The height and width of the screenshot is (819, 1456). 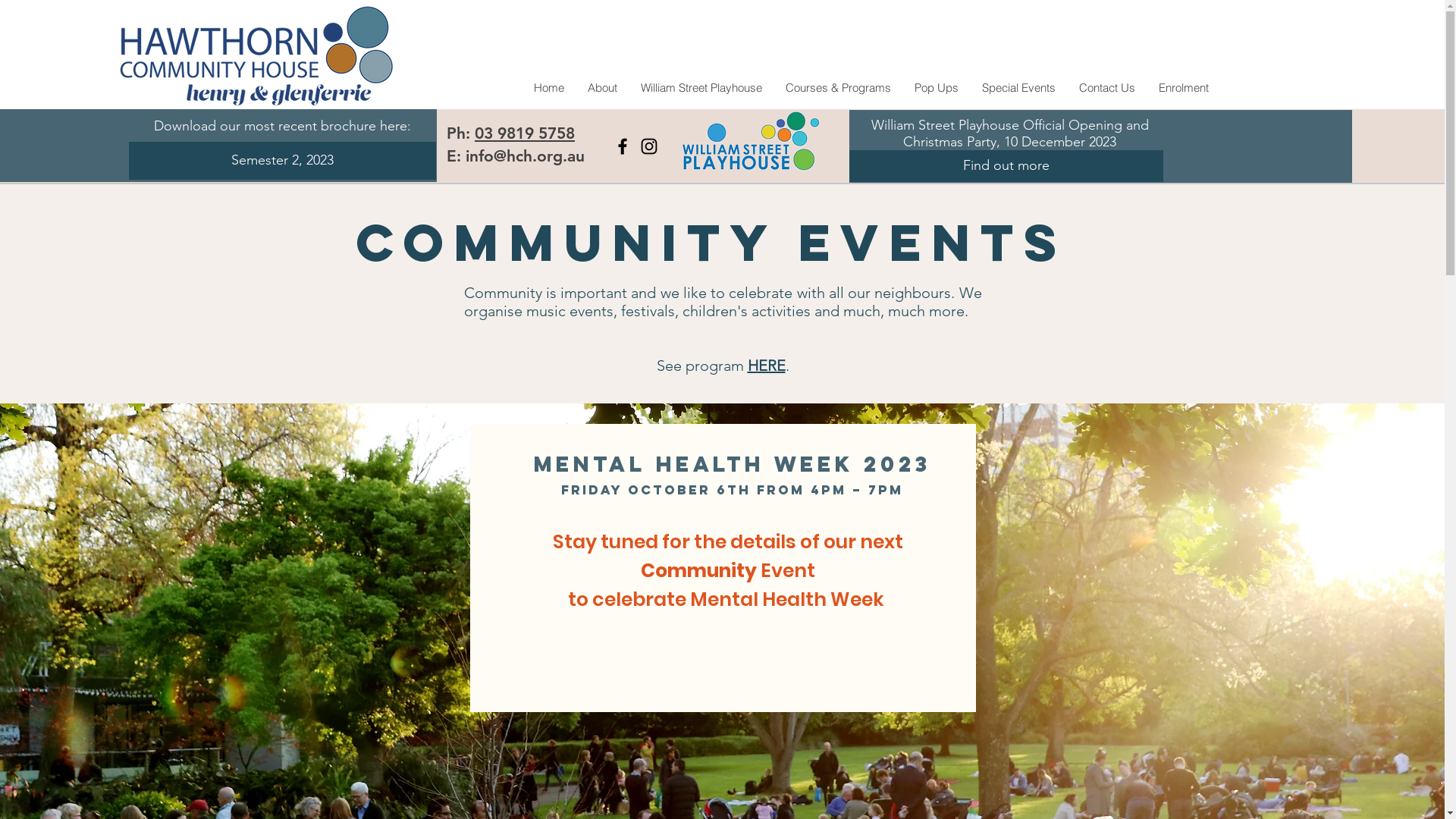 I want to click on 'Courses & Programs', so click(x=836, y=87).